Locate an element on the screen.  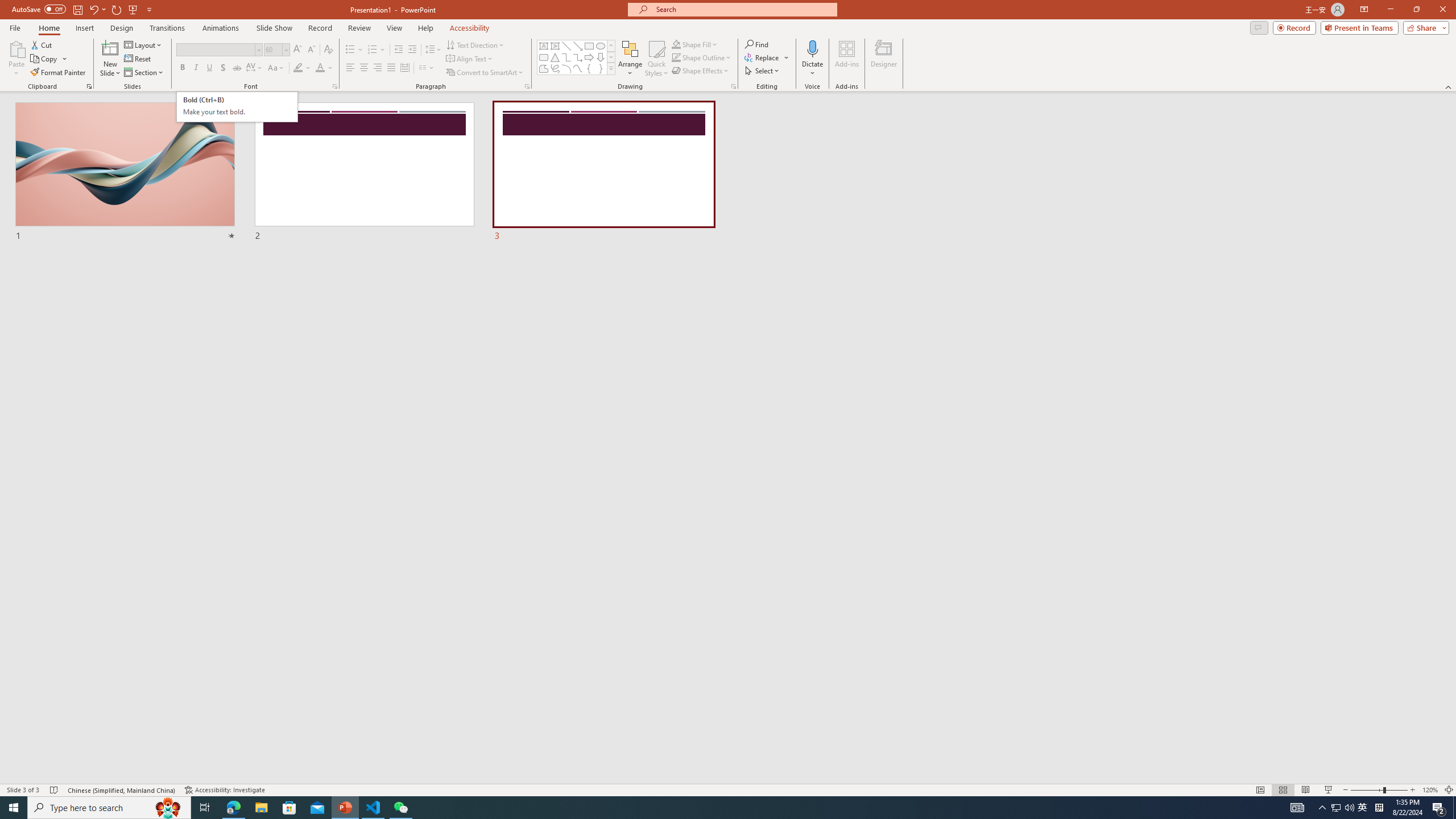
'Reset' is located at coordinates (138, 59).